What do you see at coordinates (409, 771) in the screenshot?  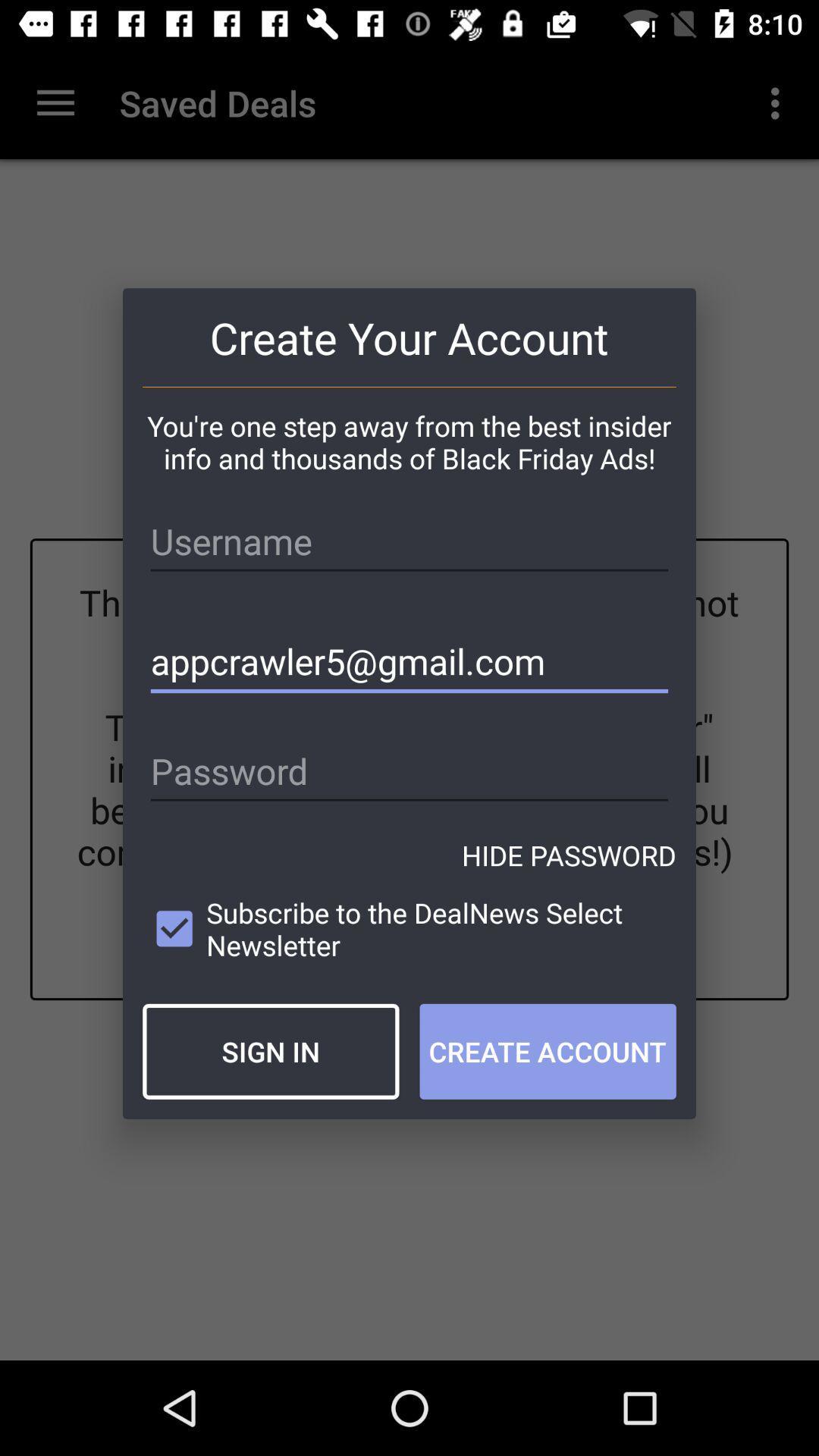 I see `the item above the hide password icon` at bounding box center [409, 771].